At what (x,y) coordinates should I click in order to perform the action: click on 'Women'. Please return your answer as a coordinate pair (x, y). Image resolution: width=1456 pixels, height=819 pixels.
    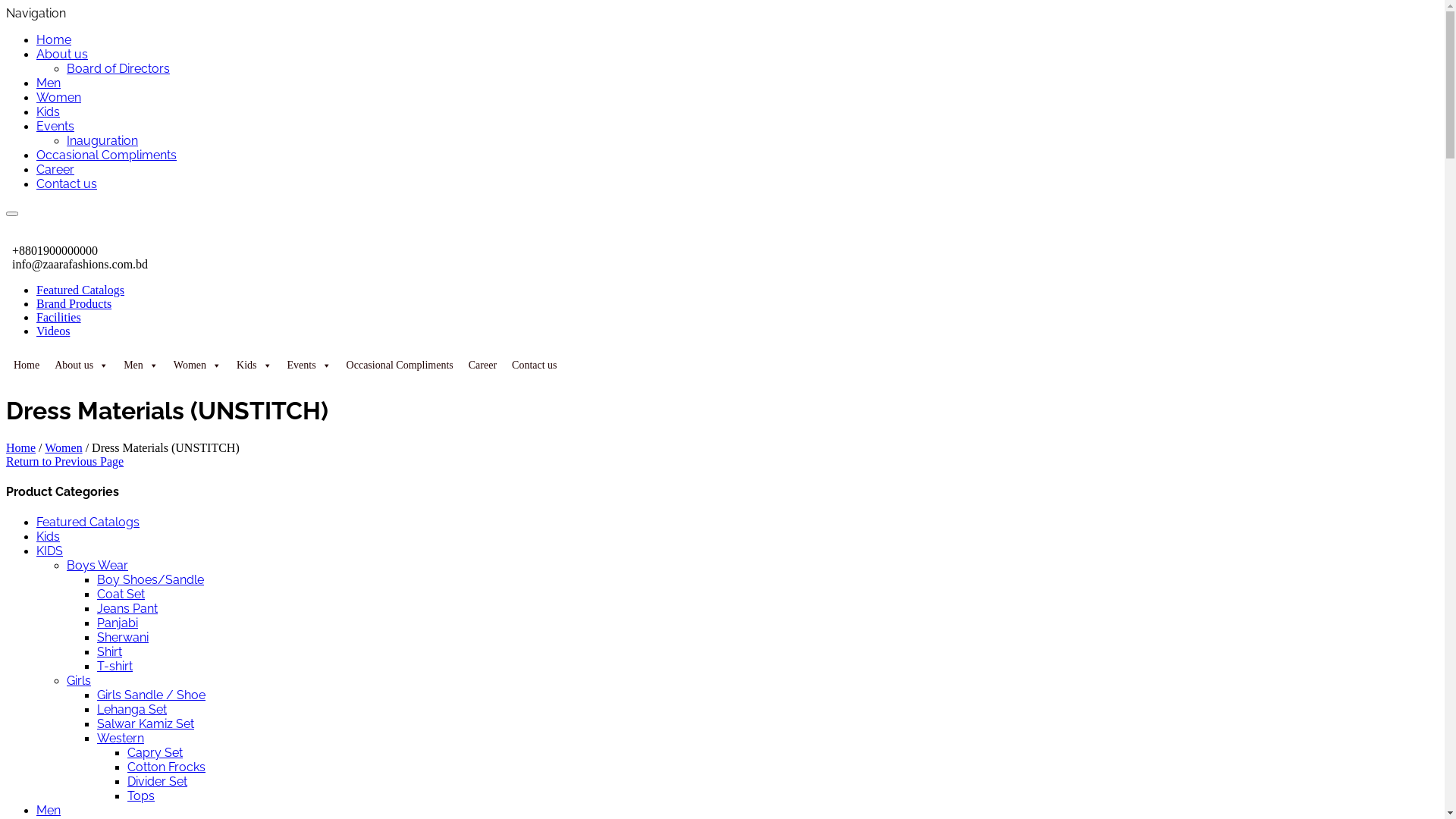
    Looking at the image, I should click on (58, 97).